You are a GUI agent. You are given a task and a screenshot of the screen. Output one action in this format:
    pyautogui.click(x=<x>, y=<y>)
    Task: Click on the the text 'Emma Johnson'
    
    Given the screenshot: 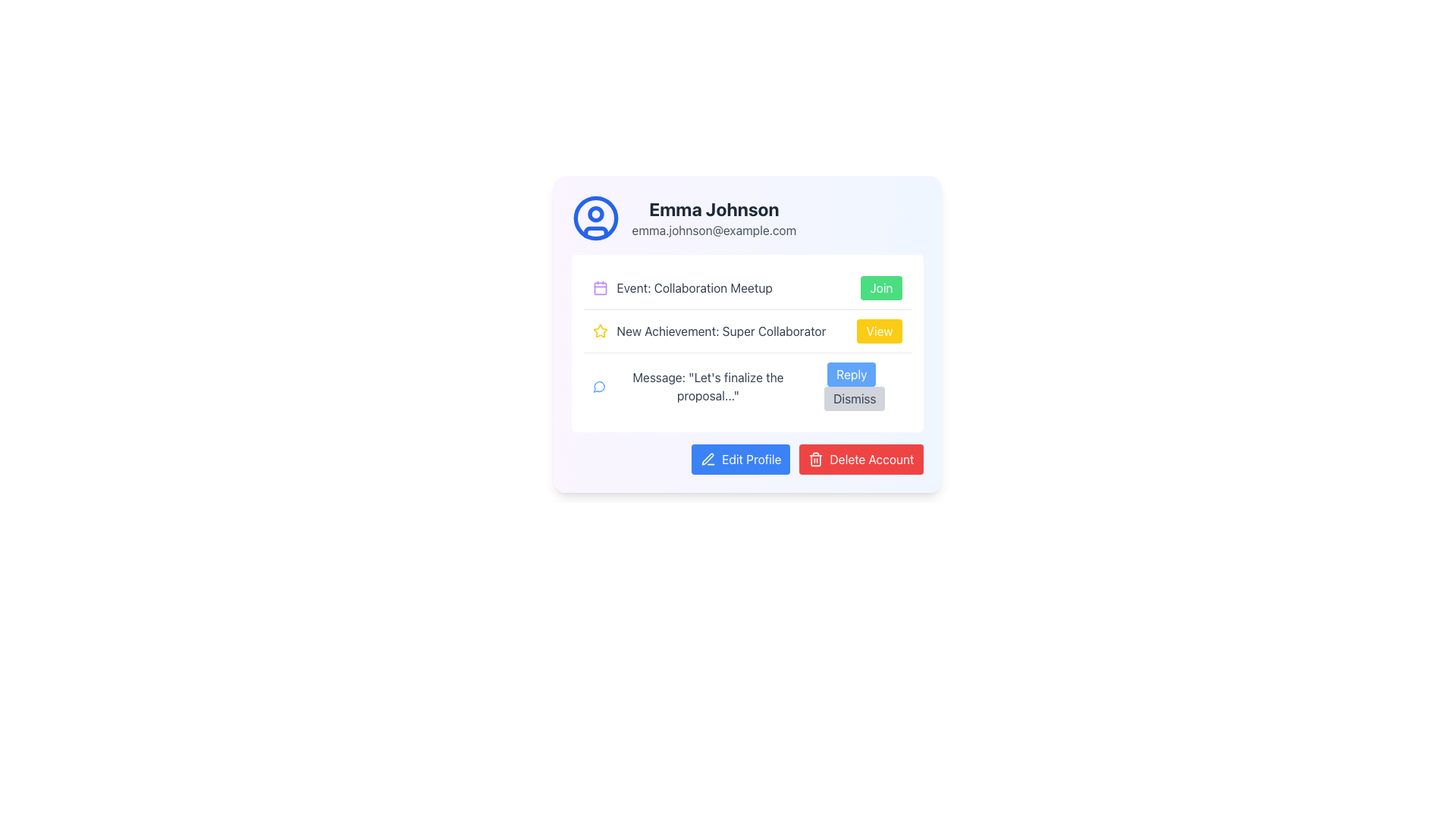 What is the action you would take?
    pyautogui.click(x=747, y=218)
    